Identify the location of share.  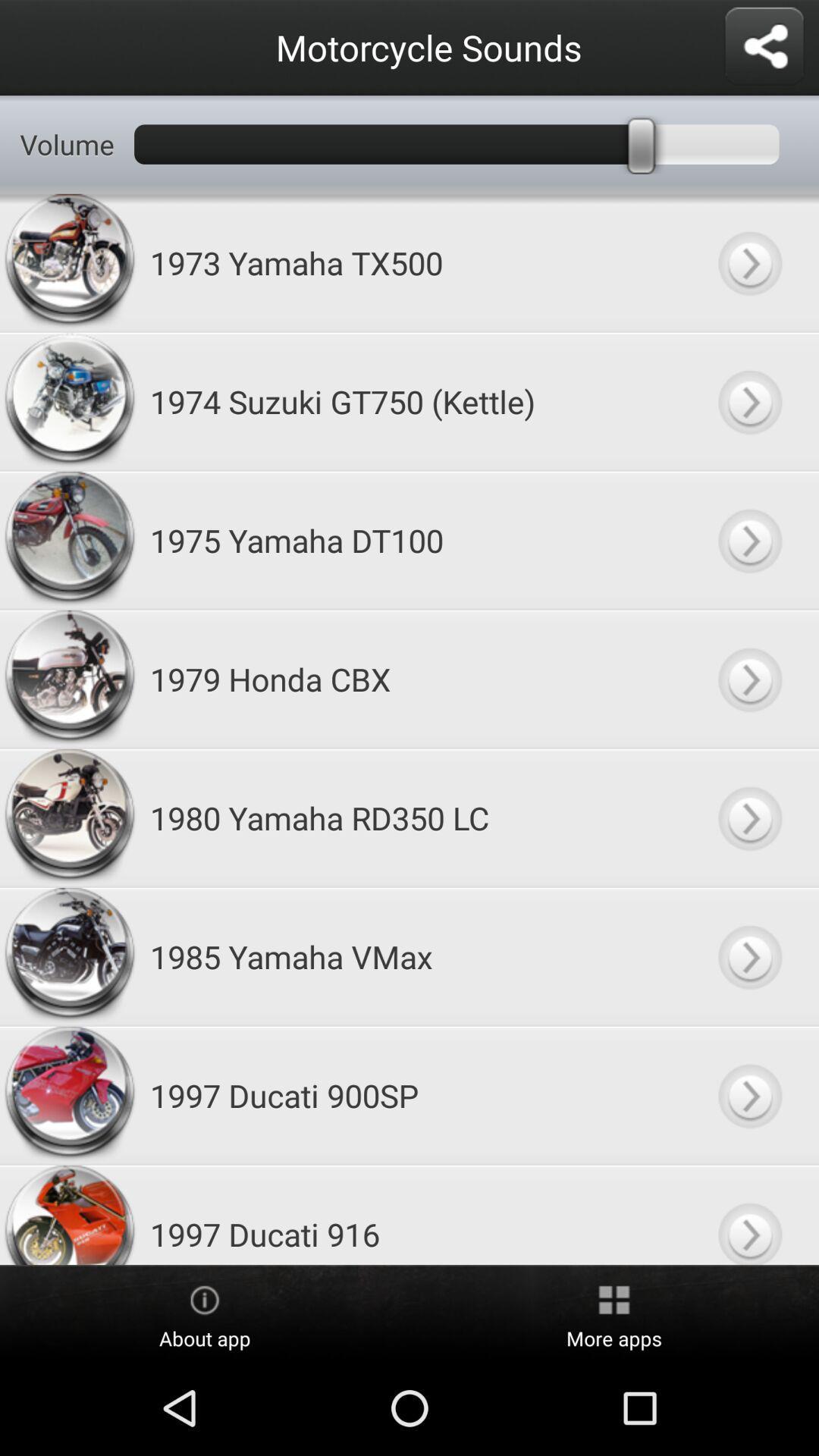
(764, 47).